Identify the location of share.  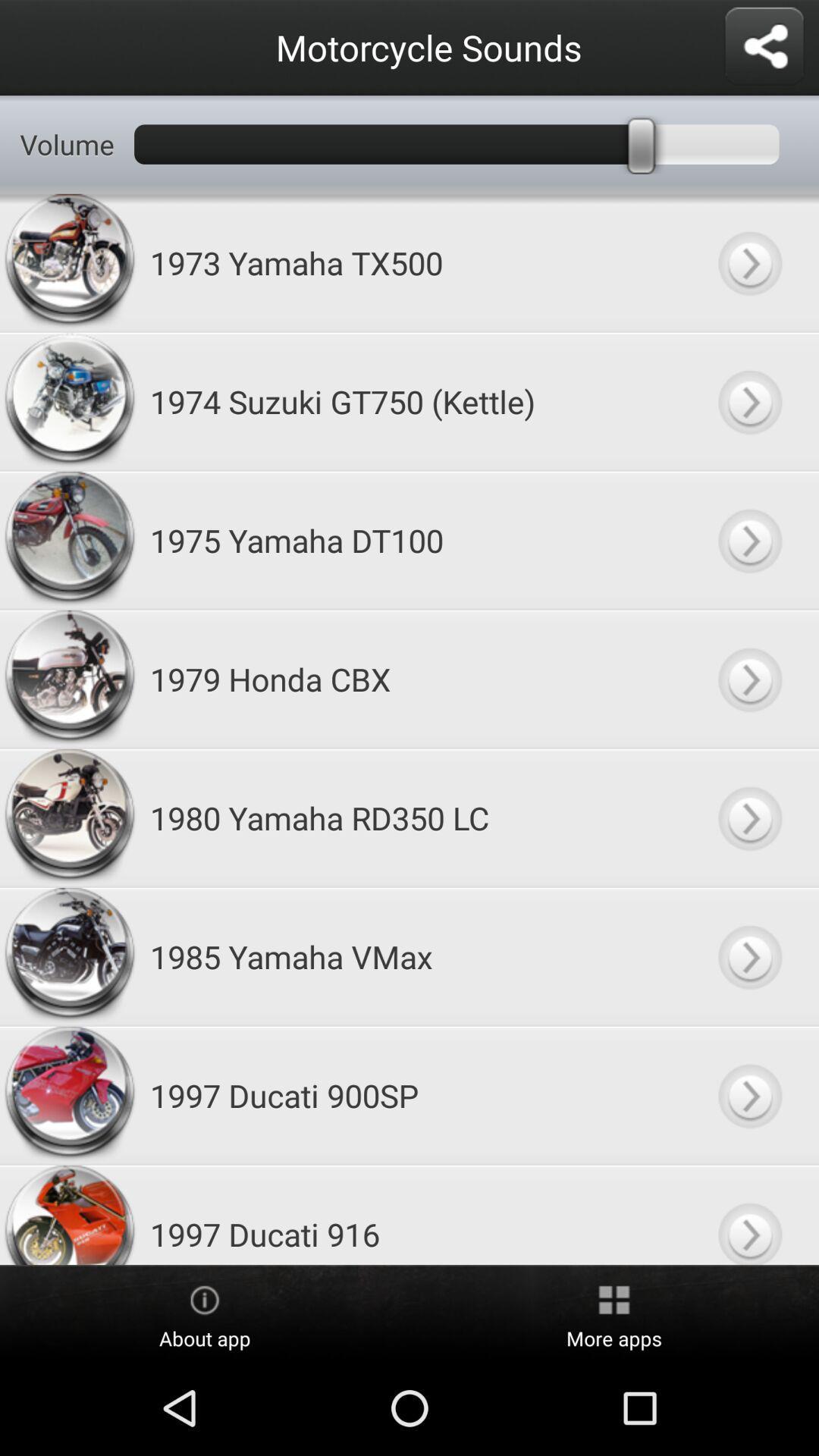
(764, 47).